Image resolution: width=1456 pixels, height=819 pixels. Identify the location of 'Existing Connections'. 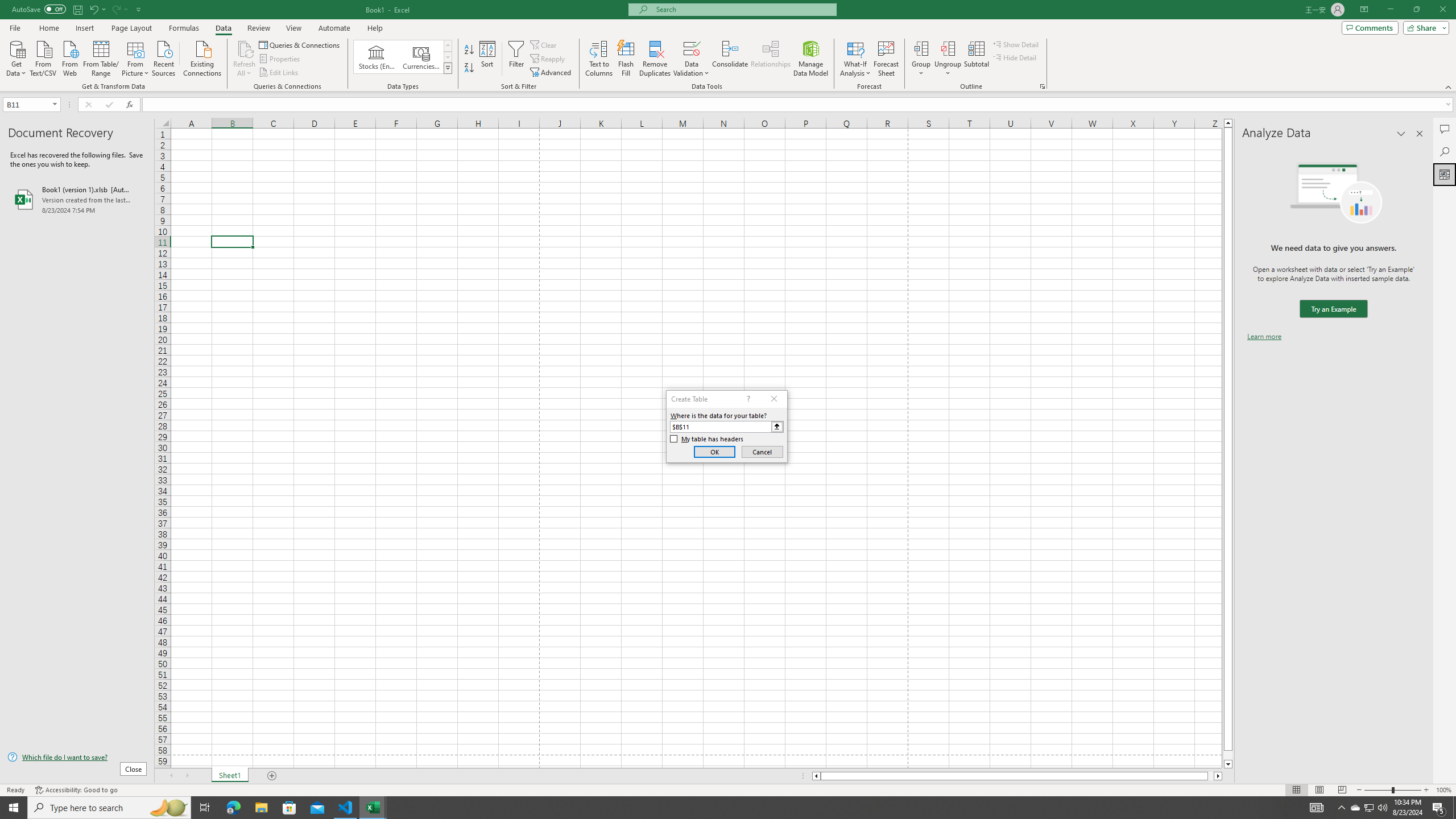
(201, 57).